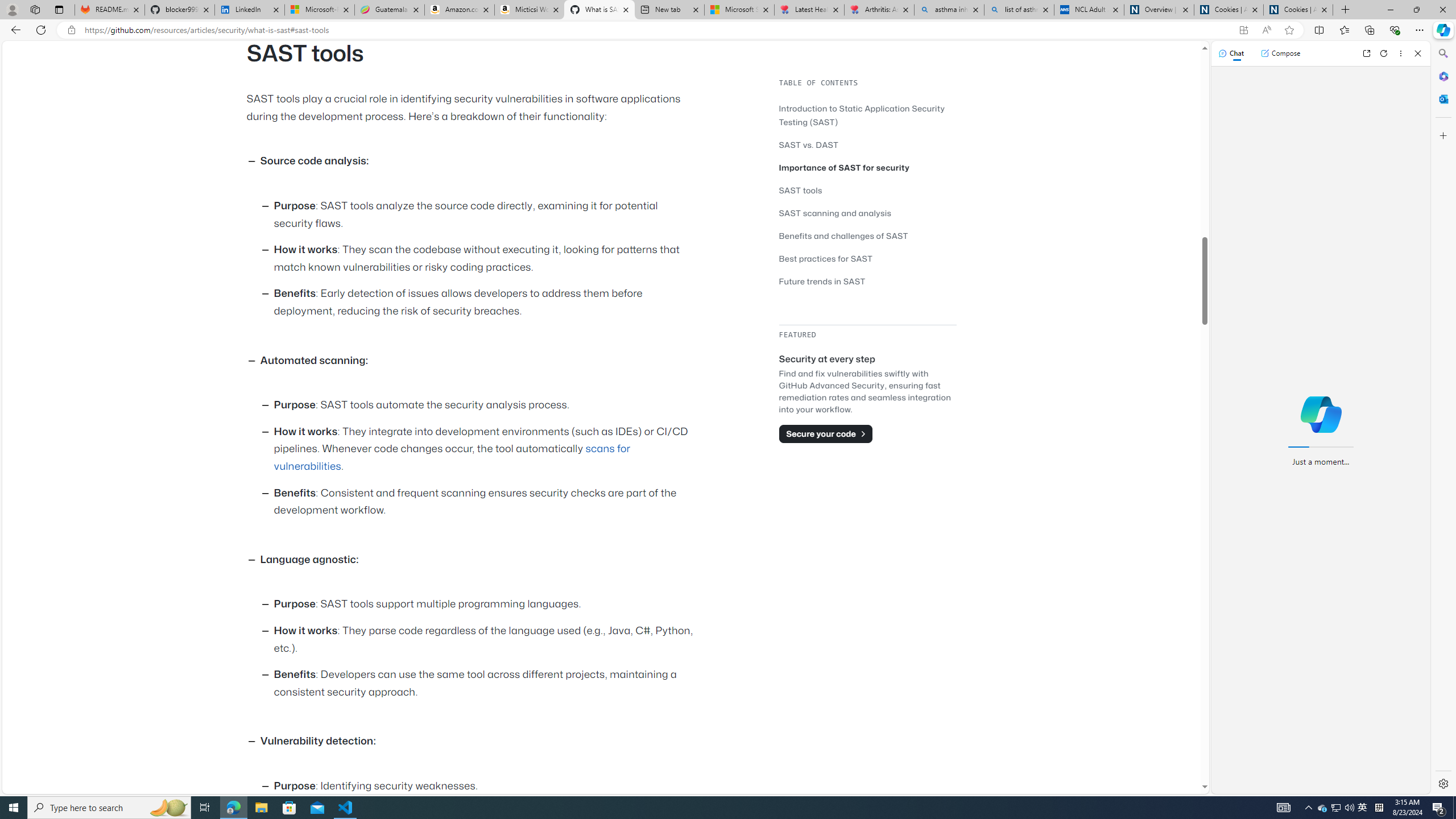 Image resolution: width=1456 pixels, height=819 pixels. I want to click on 'Close Customize pane', so click(1442, 135).